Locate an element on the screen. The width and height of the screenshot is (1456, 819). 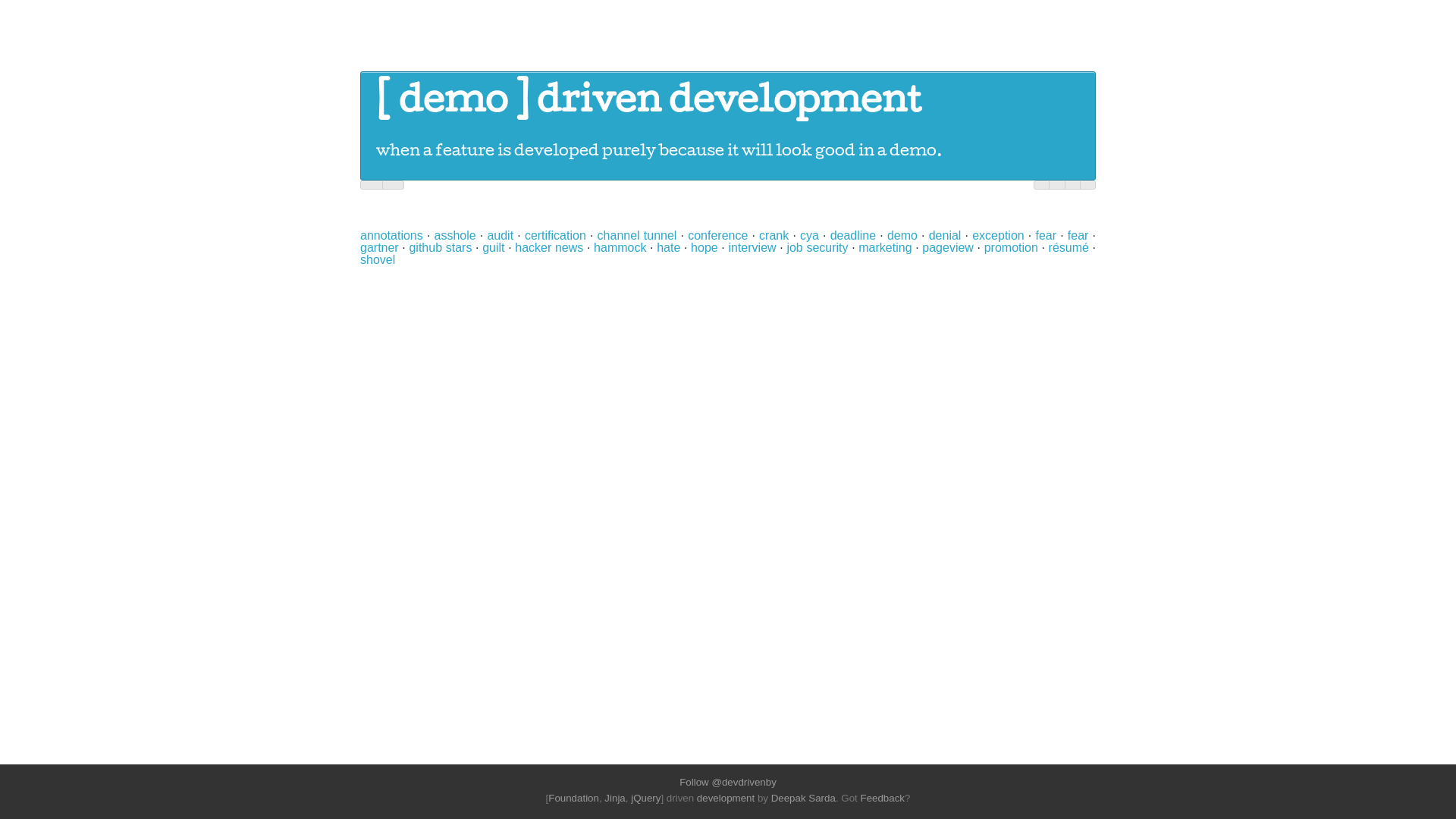
'guilt' is located at coordinates (493, 246).